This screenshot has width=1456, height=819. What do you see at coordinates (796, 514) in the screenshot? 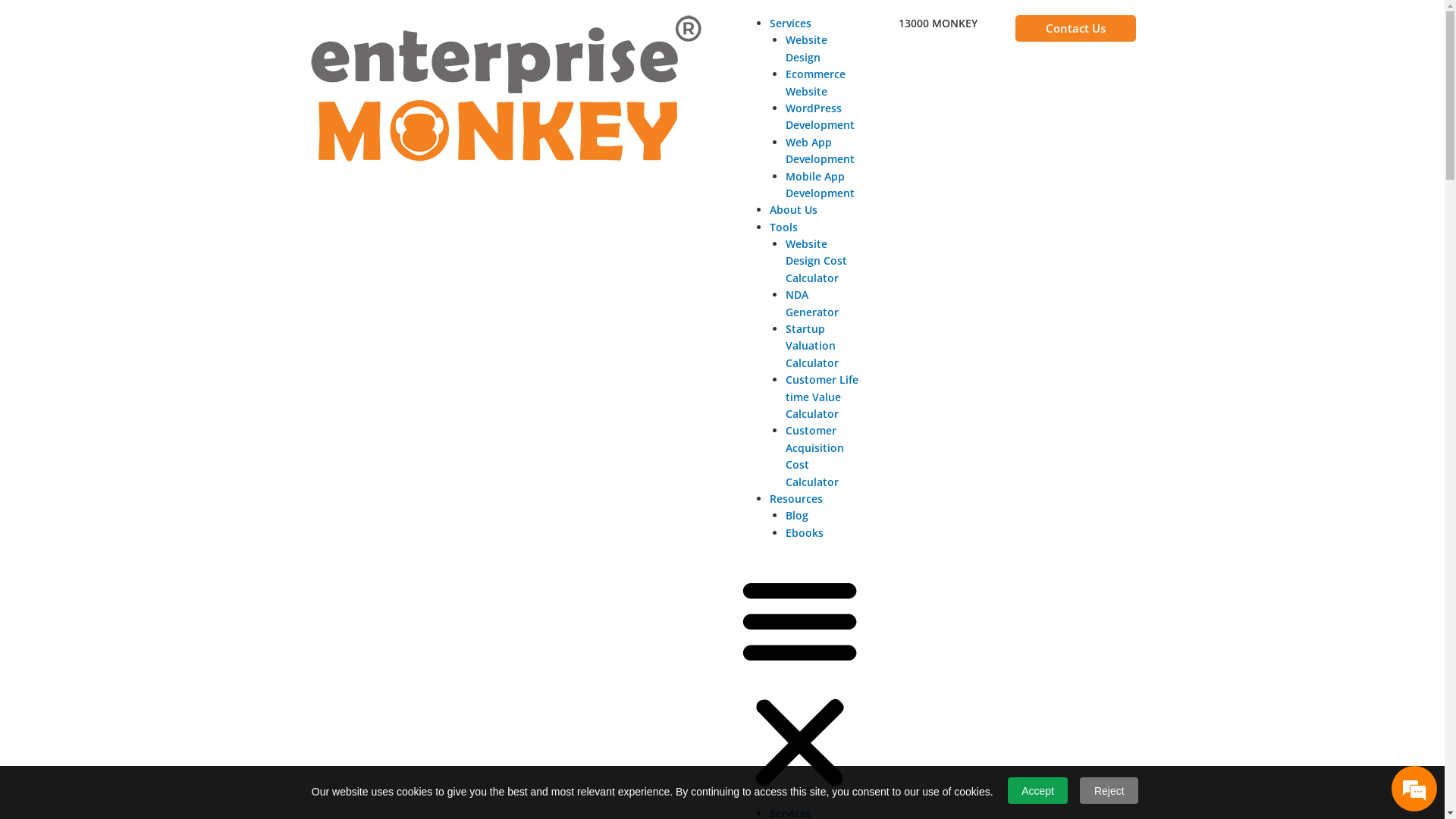
I see `'Blog'` at bounding box center [796, 514].